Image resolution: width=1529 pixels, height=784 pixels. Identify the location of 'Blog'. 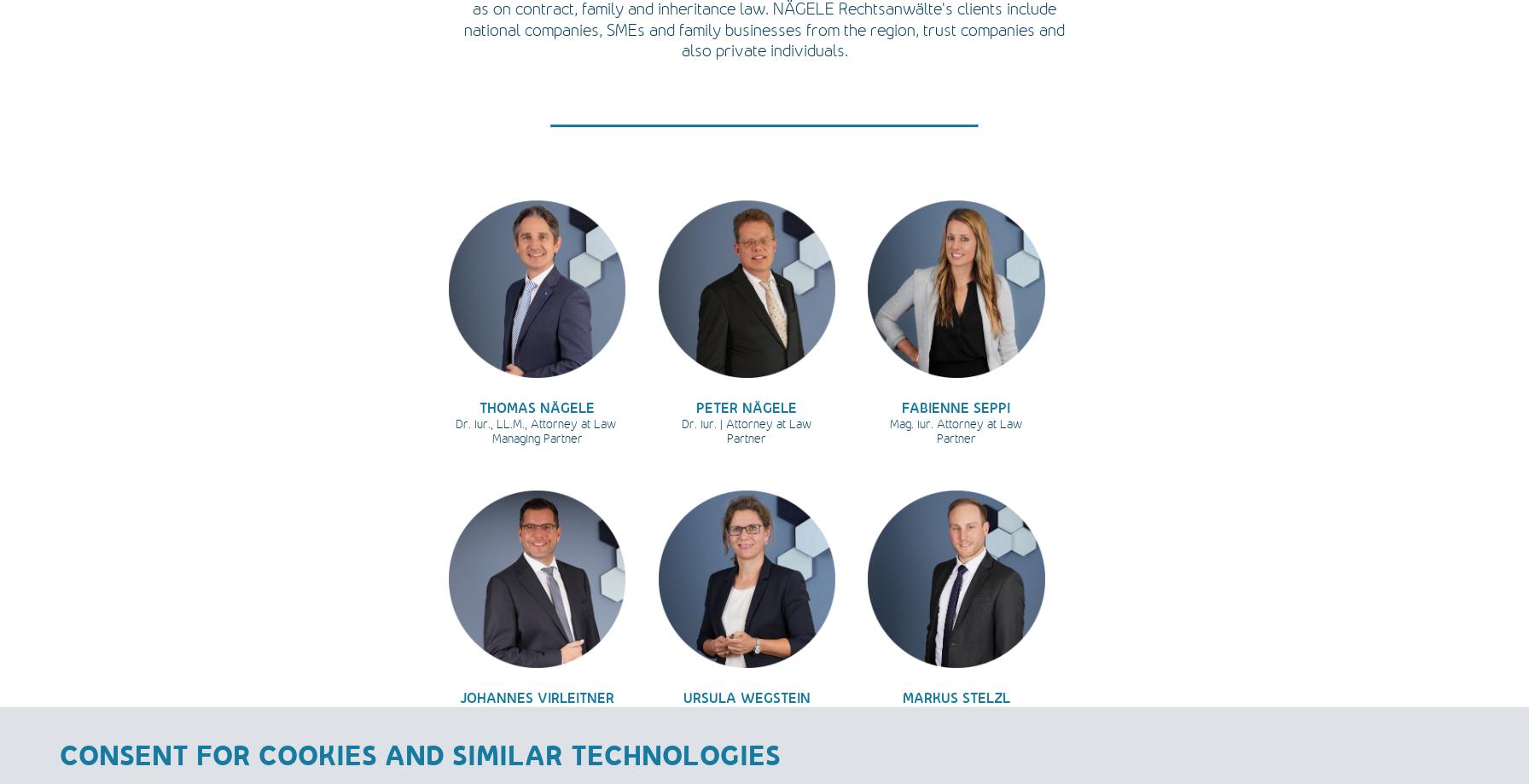
(1497, 90).